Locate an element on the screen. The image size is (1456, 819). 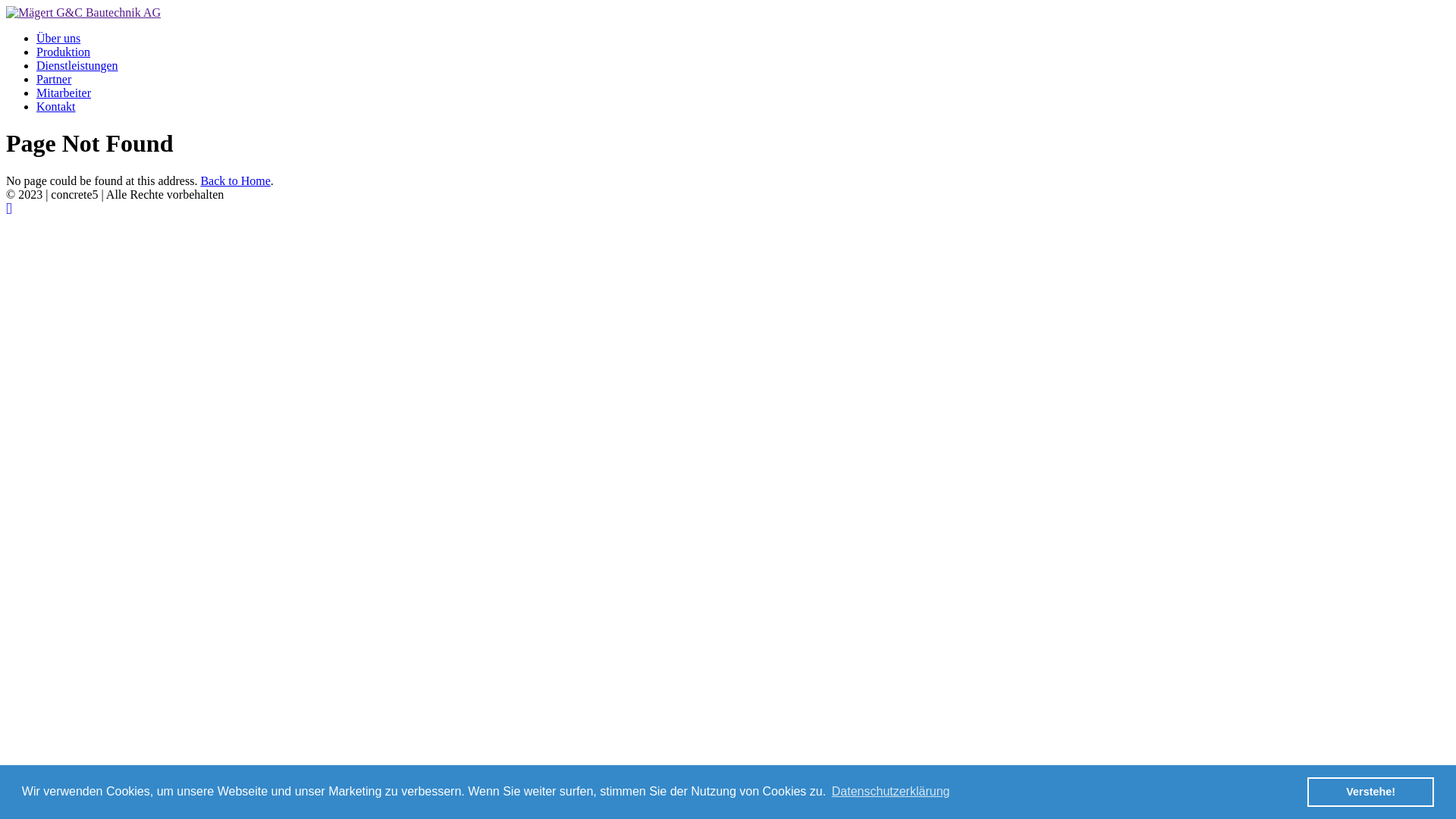
'Kontakt' is located at coordinates (55, 105).